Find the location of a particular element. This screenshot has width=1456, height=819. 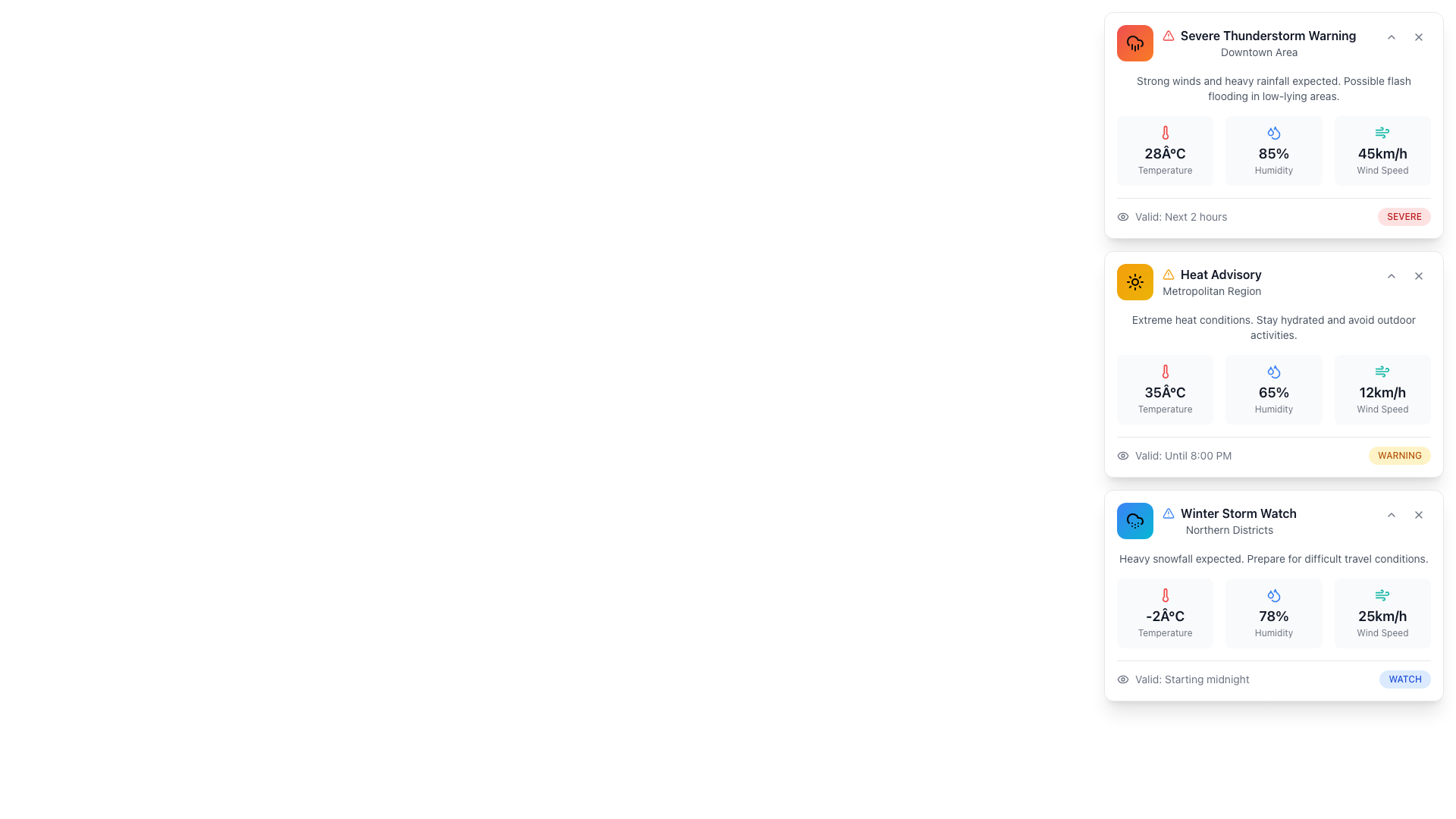

the 'Humidity' text label, which is a small gray label located beneath the '85%' humidity percentage in the weather information card is located at coordinates (1274, 170).